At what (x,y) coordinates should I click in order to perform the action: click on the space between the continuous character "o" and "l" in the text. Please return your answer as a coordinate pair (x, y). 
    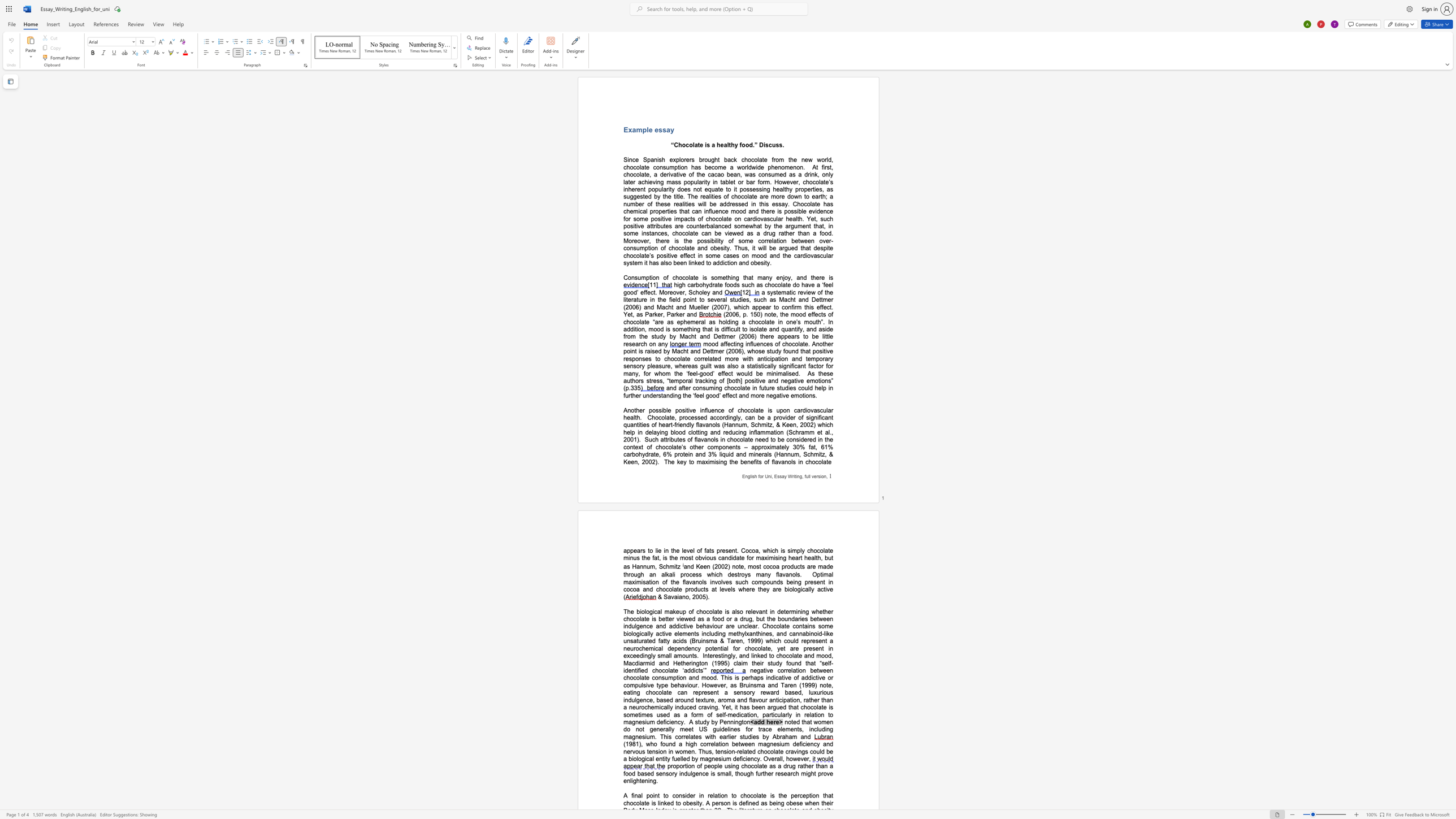
    Looking at the image, I should click on (795, 574).